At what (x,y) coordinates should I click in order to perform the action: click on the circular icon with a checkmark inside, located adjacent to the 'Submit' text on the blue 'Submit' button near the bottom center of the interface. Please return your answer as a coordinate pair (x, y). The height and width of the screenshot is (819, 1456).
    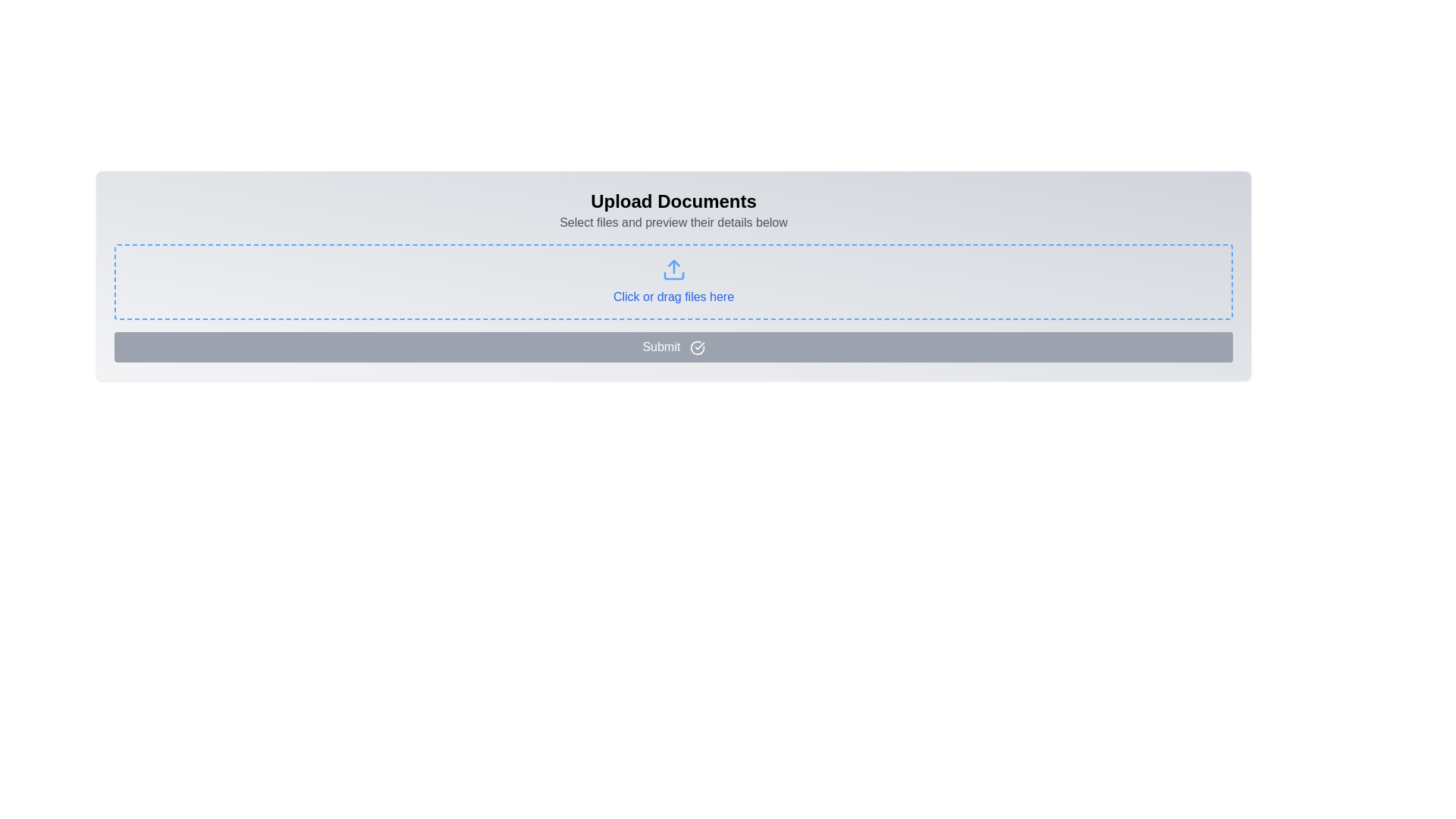
    Looking at the image, I should click on (696, 347).